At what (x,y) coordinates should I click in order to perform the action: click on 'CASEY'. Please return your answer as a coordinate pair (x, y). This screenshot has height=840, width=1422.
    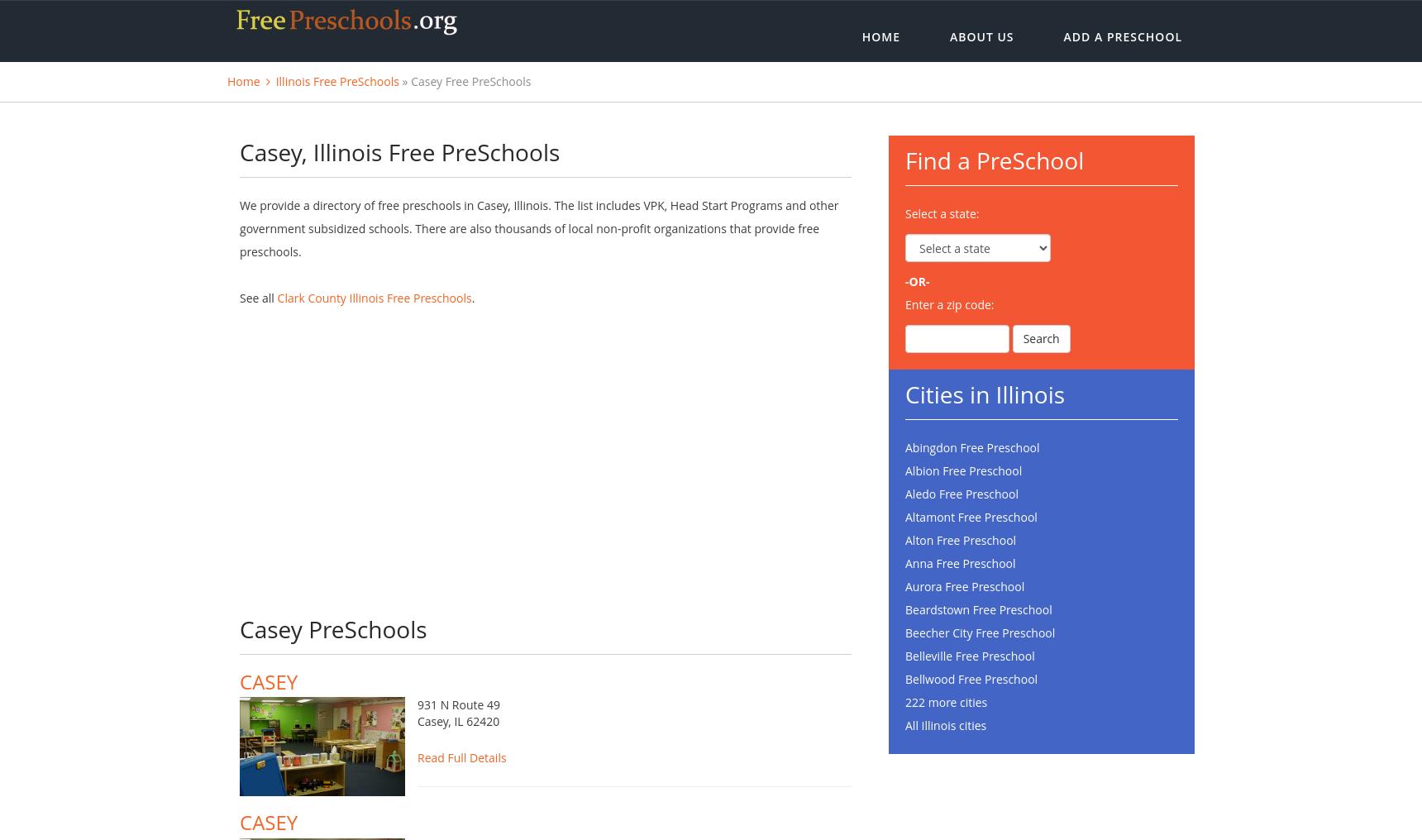
    Looking at the image, I should click on (238, 699).